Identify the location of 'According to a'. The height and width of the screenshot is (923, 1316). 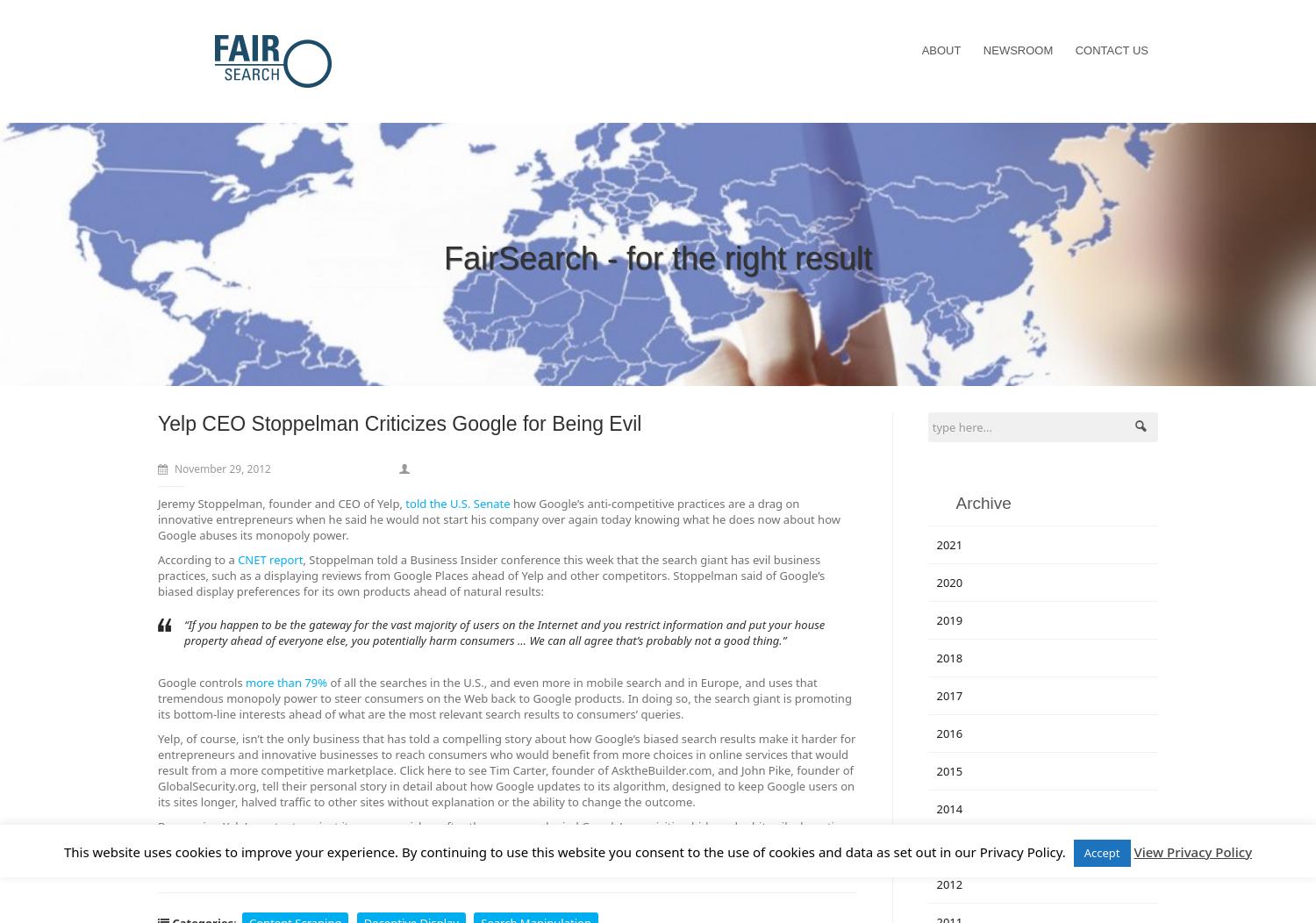
(158, 560).